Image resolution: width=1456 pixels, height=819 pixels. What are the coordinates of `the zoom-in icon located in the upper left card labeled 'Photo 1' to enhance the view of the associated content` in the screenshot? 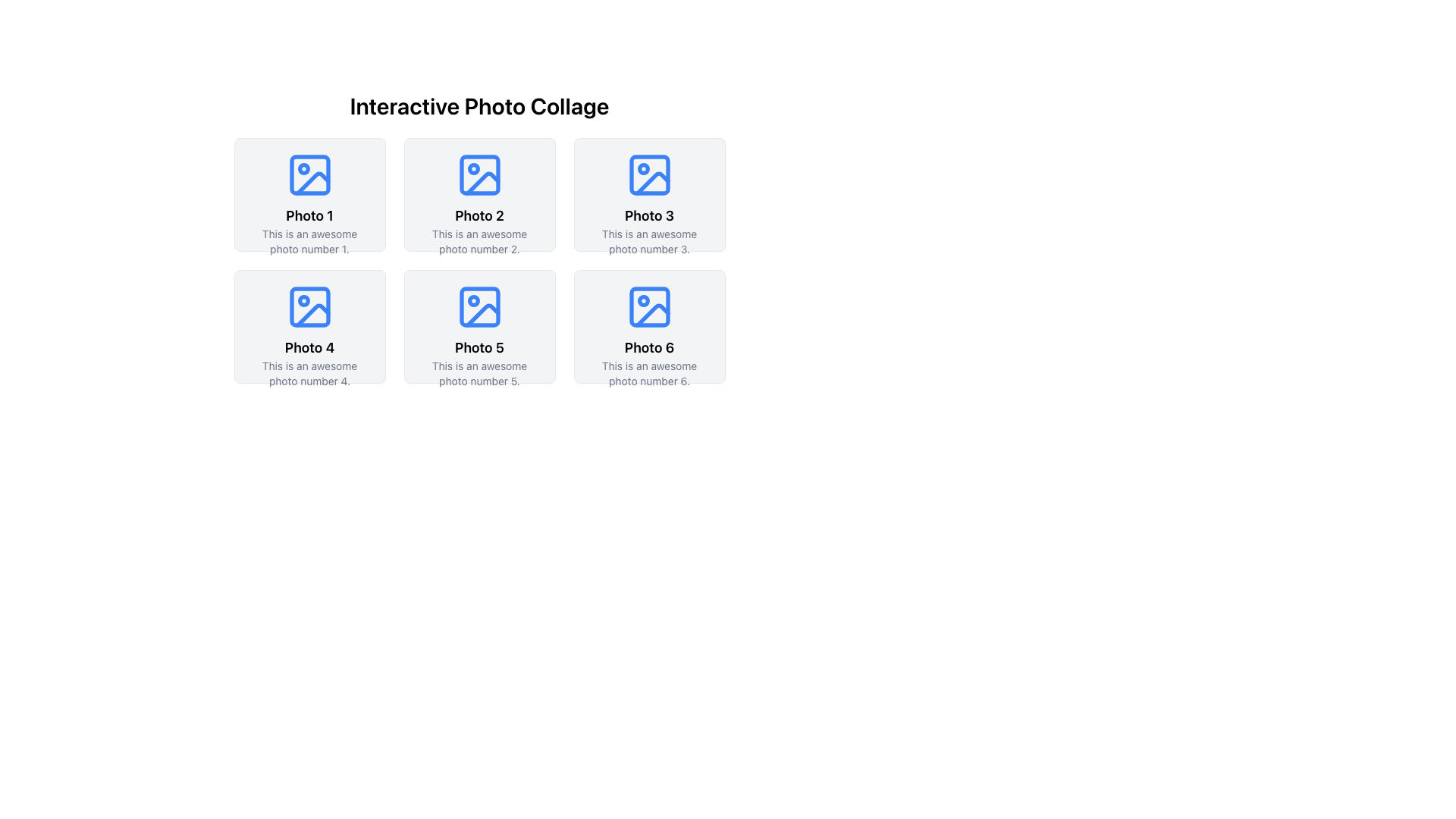 It's located at (309, 194).